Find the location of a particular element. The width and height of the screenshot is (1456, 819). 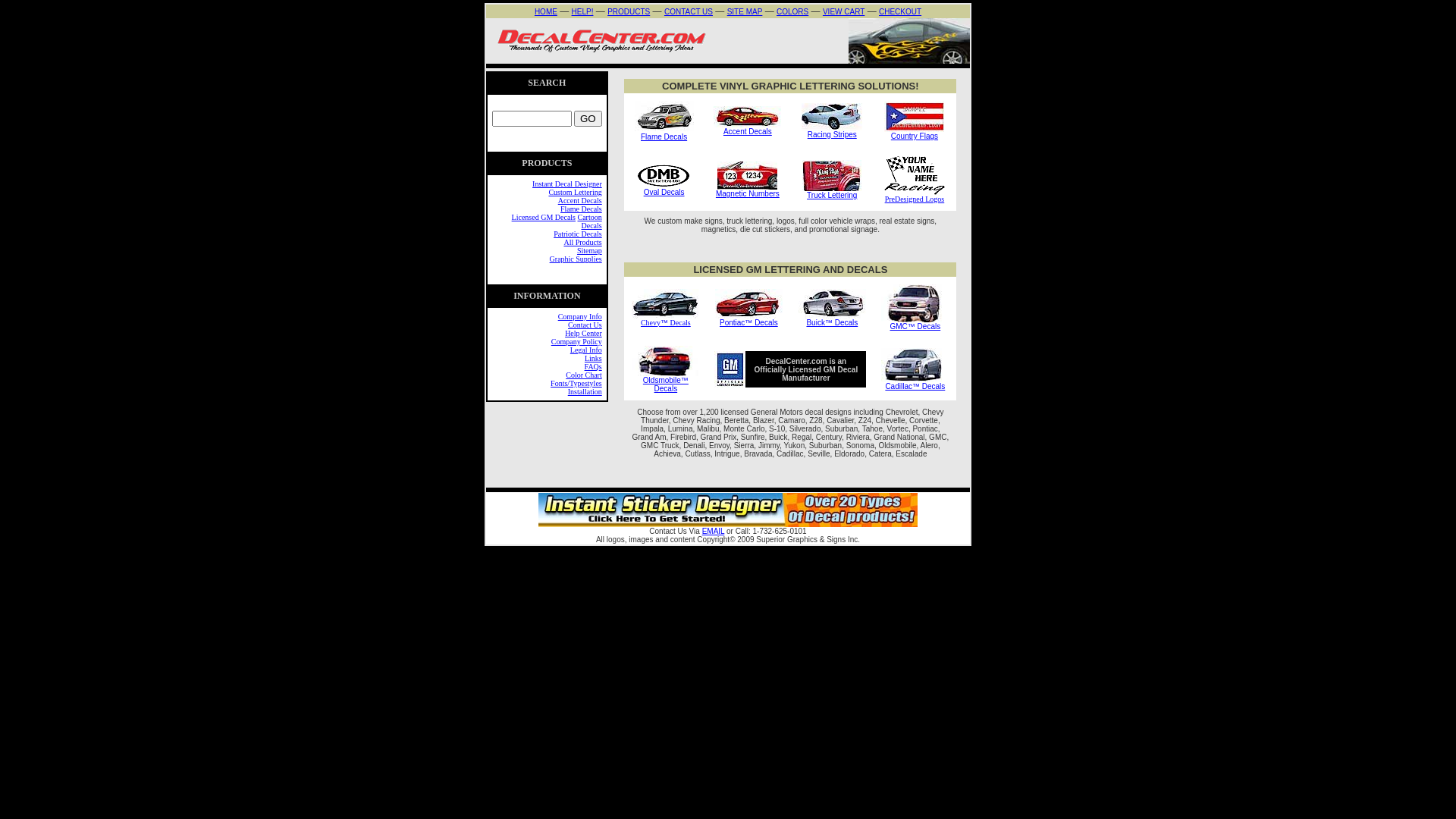

'Oval Decals' is located at coordinates (664, 191).